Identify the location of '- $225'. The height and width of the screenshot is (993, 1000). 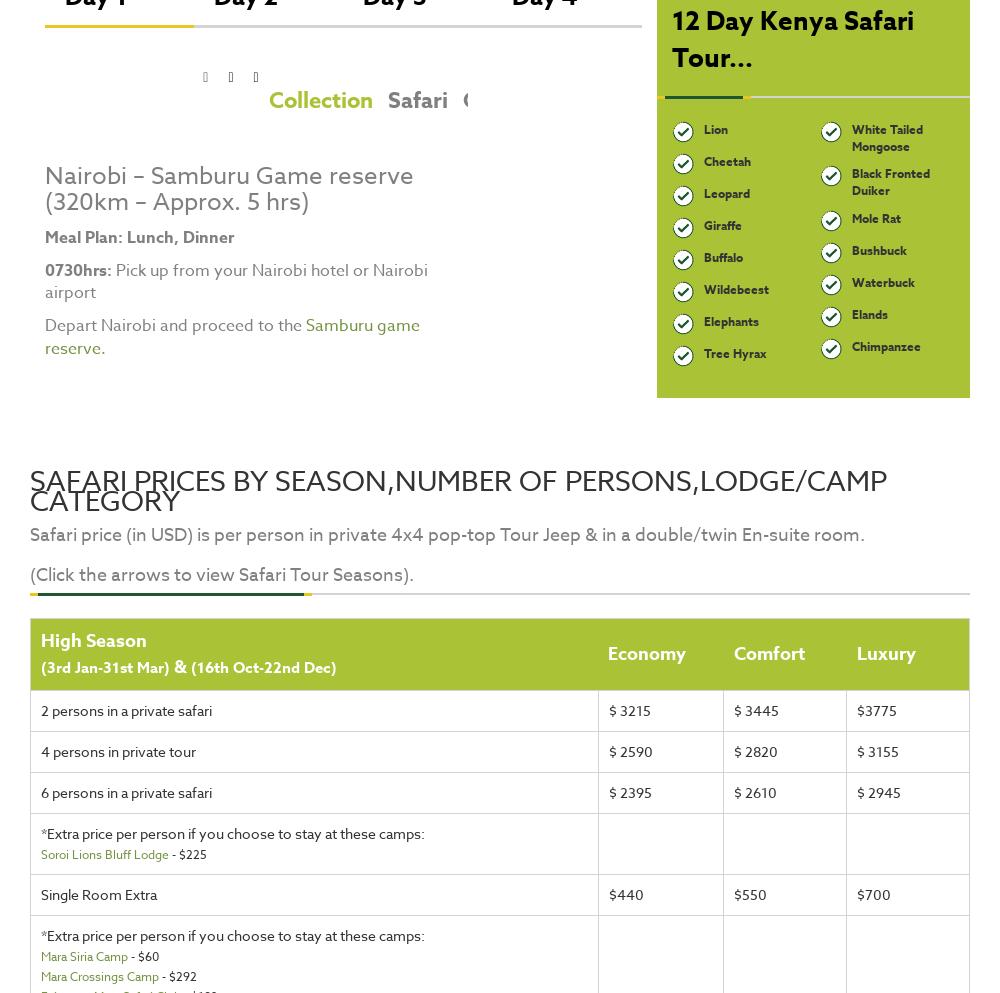
(188, 853).